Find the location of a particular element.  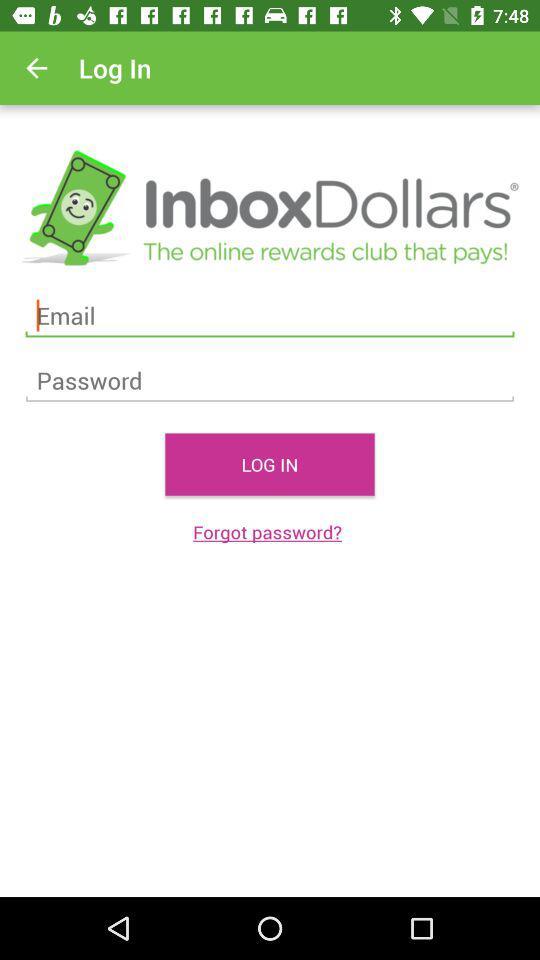

email address is located at coordinates (270, 316).